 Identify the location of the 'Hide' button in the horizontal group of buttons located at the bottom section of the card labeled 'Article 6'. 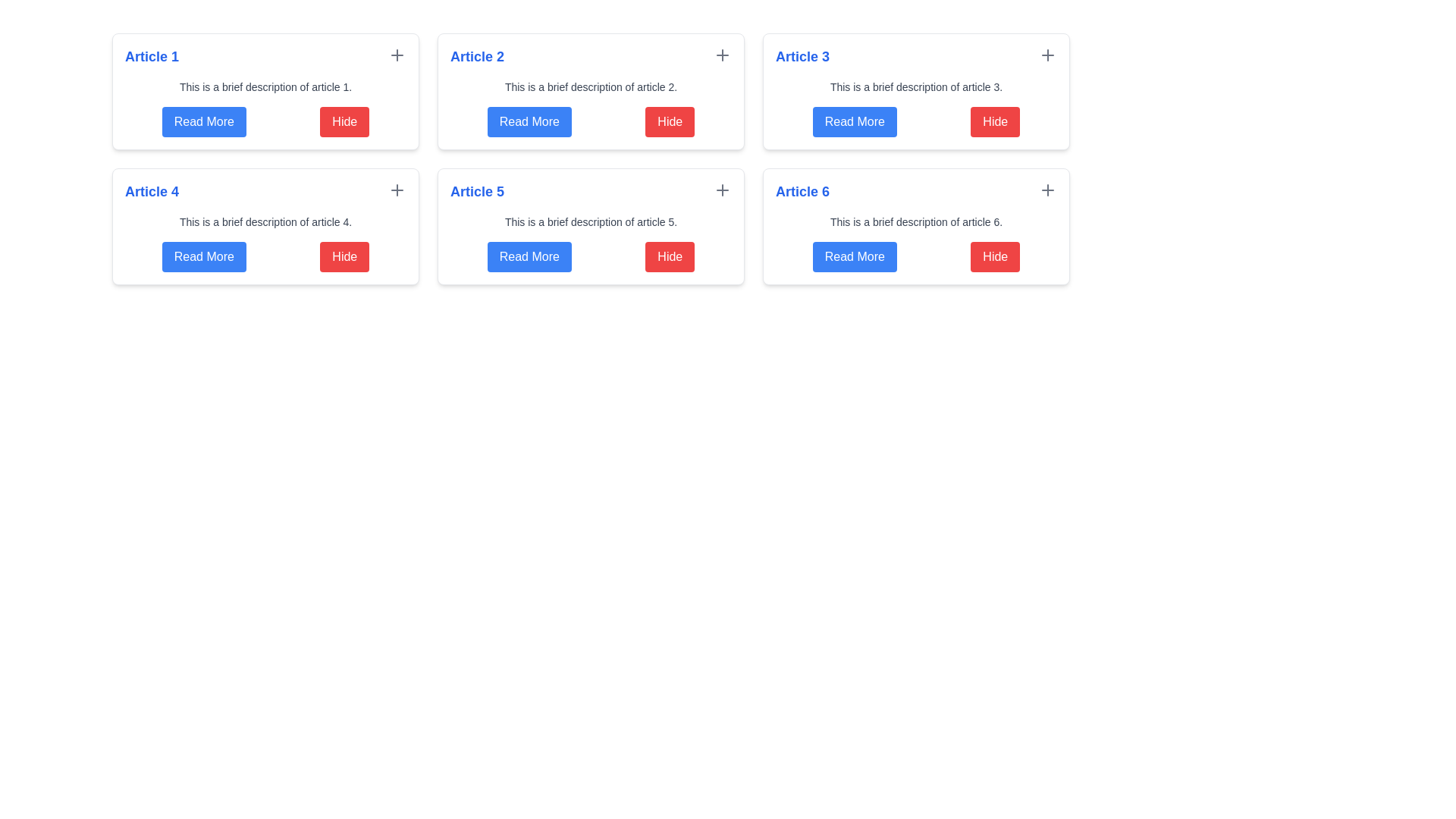
(915, 256).